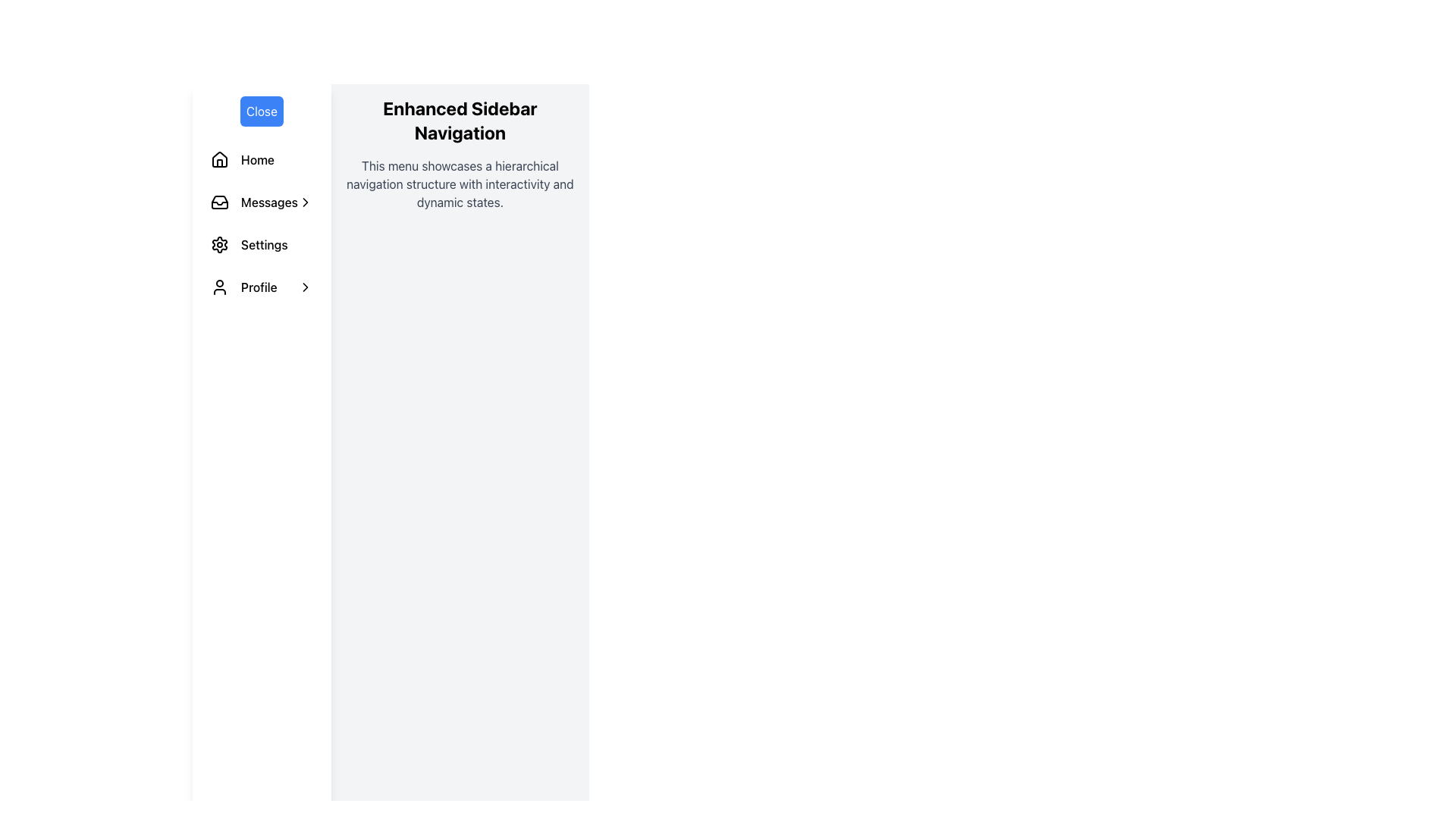 This screenshot has height=819, width=1456. What do you see at coordinates (459, 119) in the screenshot?
I see `the bold, large heading text labeled 'Enhanced Sidebar Navigation' which is positioned at the top of the content section next to the sidebar` at bounding box center [459, 119].